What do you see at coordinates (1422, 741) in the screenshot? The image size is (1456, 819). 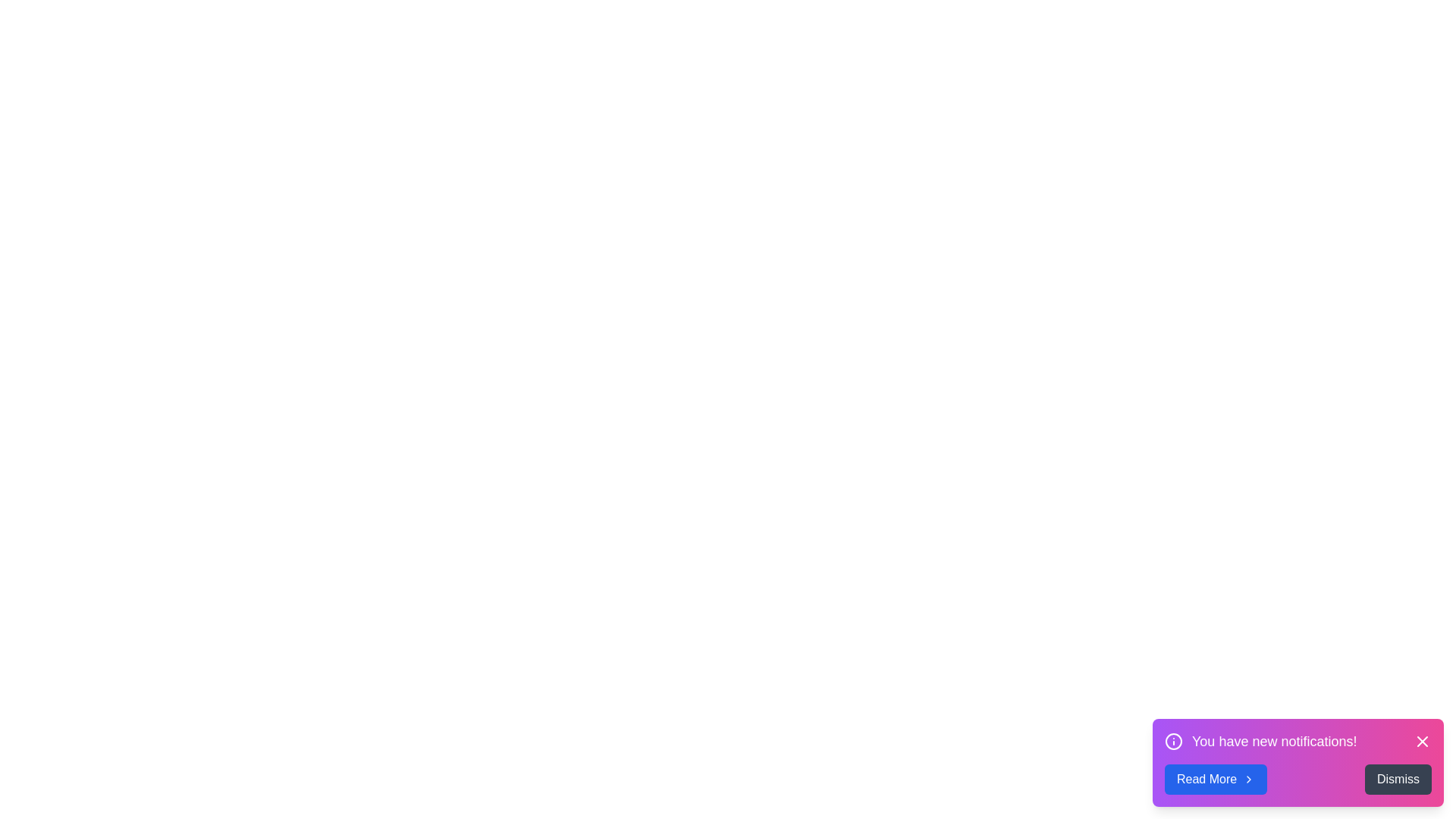 I see `the dismiss/close button, which is a small button with a pink background and a white cross icon, located at the rightmost side of the notification bar` at bounding box center [1422, 741].